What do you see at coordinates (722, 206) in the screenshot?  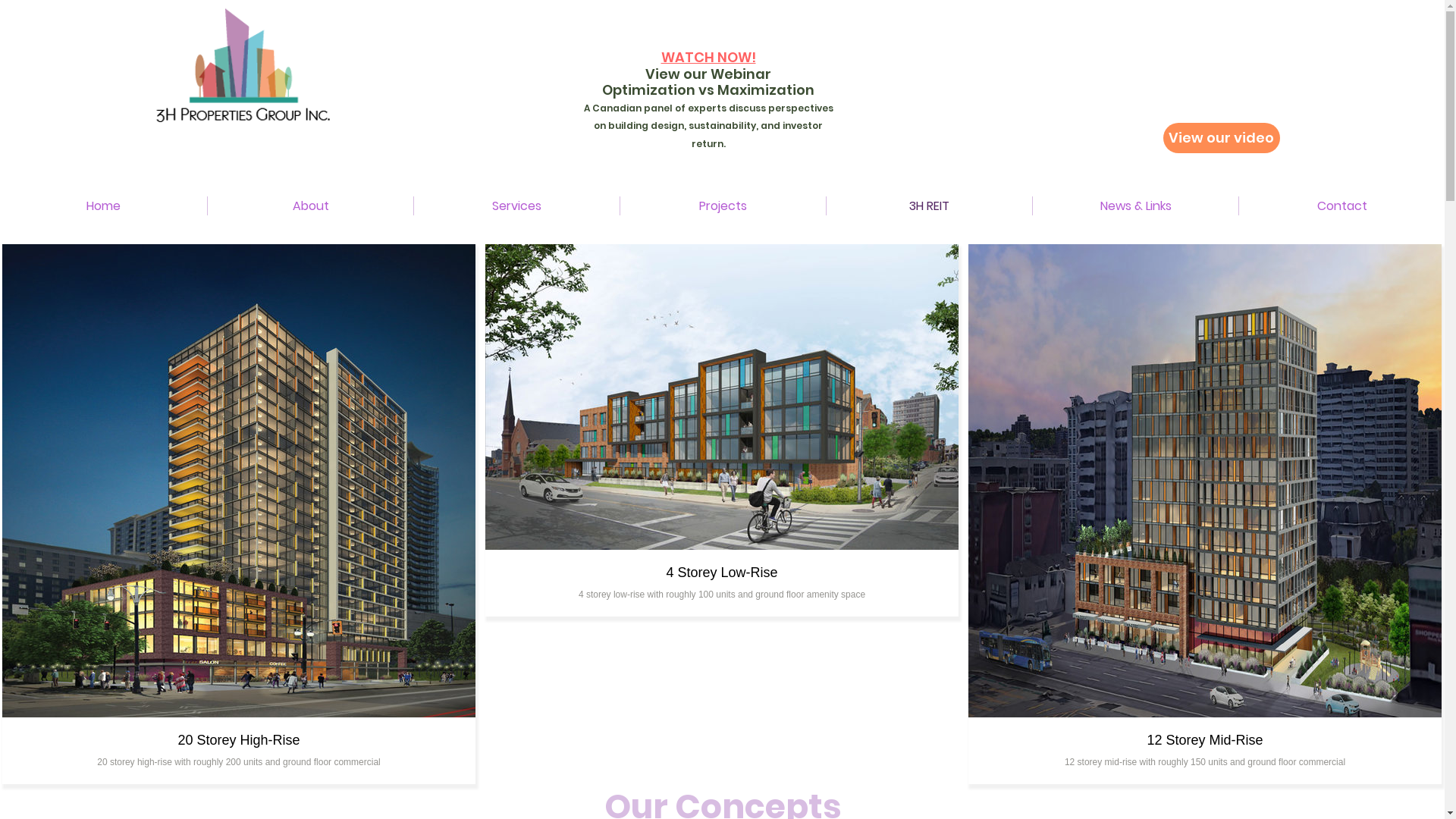 I see `'Projects'` at bounding box center [722, 206].